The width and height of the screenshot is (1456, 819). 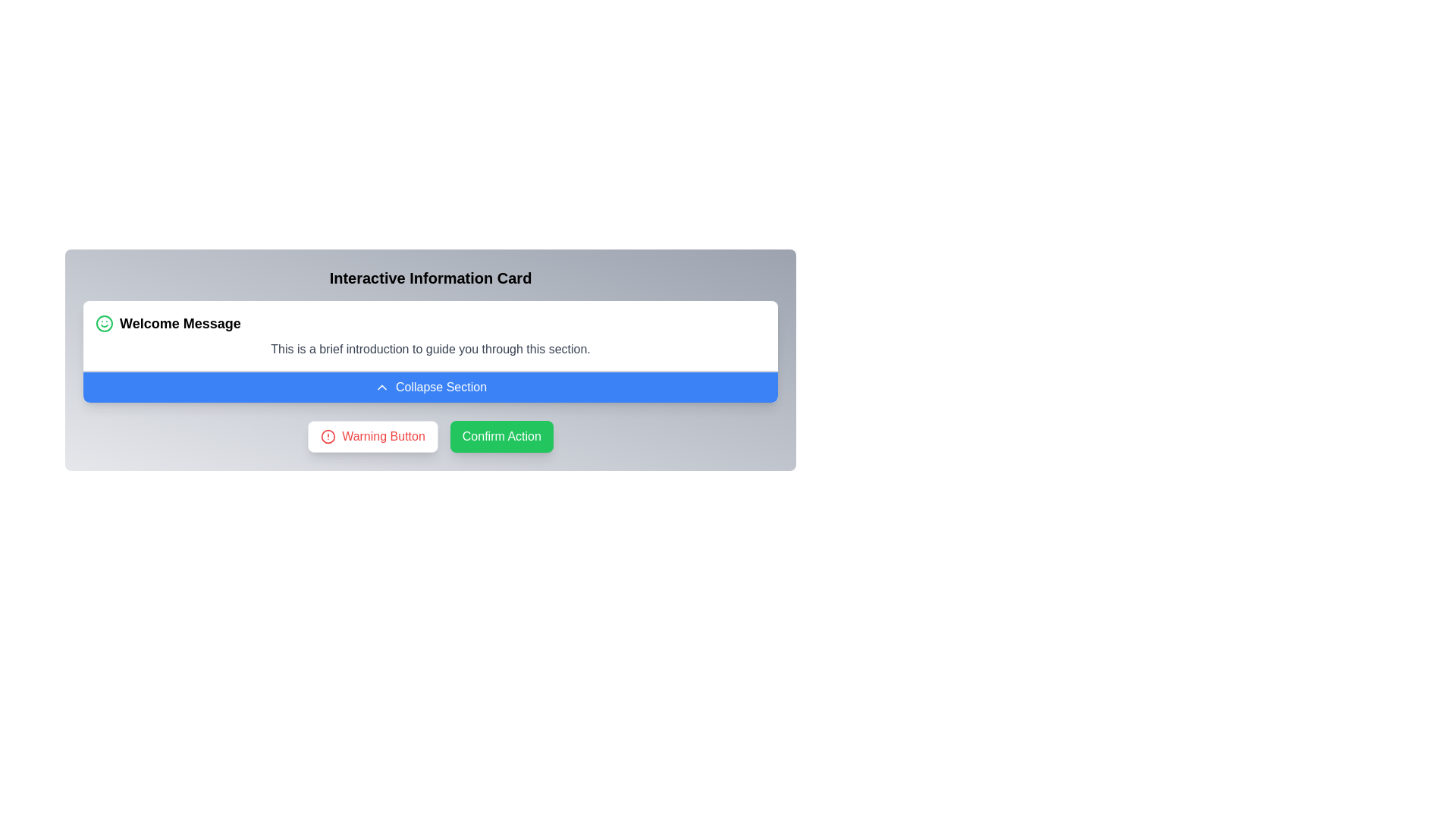 What do you see at coordinates (104, 323) in the screenshot?
I see `the Circle icon border that is part of the smiley face illustration located in the upper-left corner of the 'Welcome Message' card, adjacent to the text 'Welcome Message'` at bounding box center [104, 323].